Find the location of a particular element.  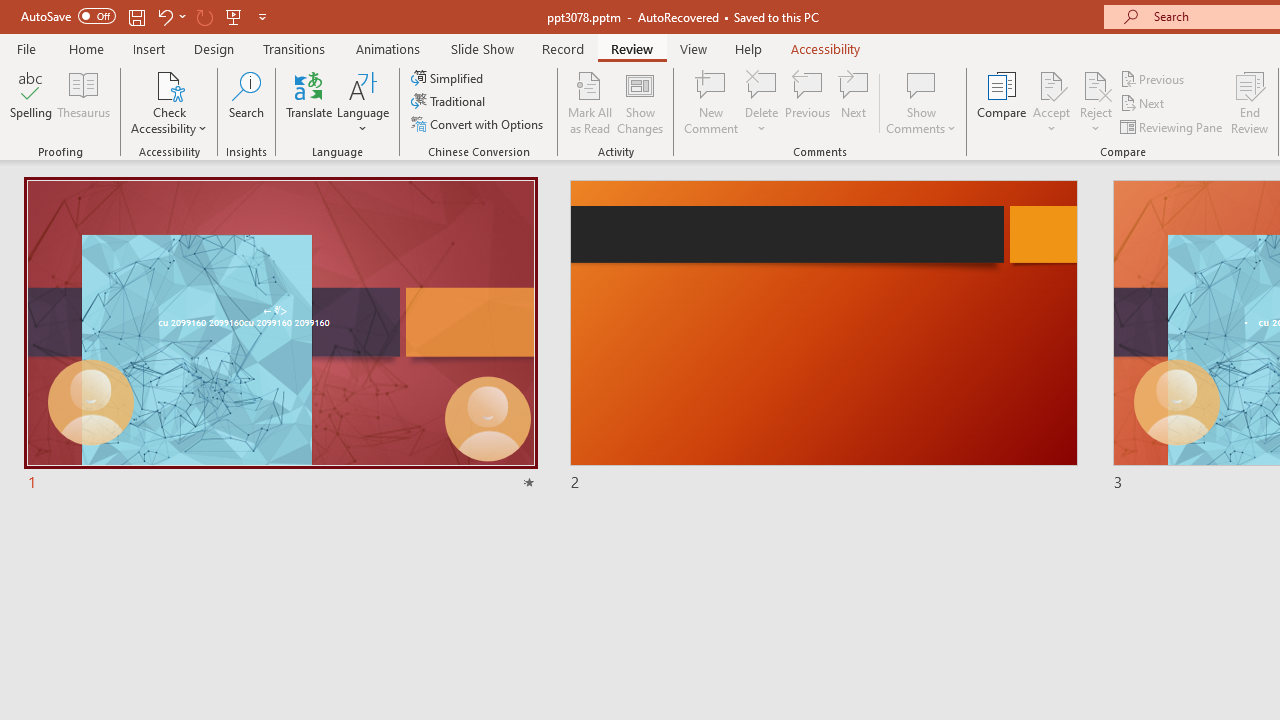

'Simplified' is located at coordinates (448, 77).